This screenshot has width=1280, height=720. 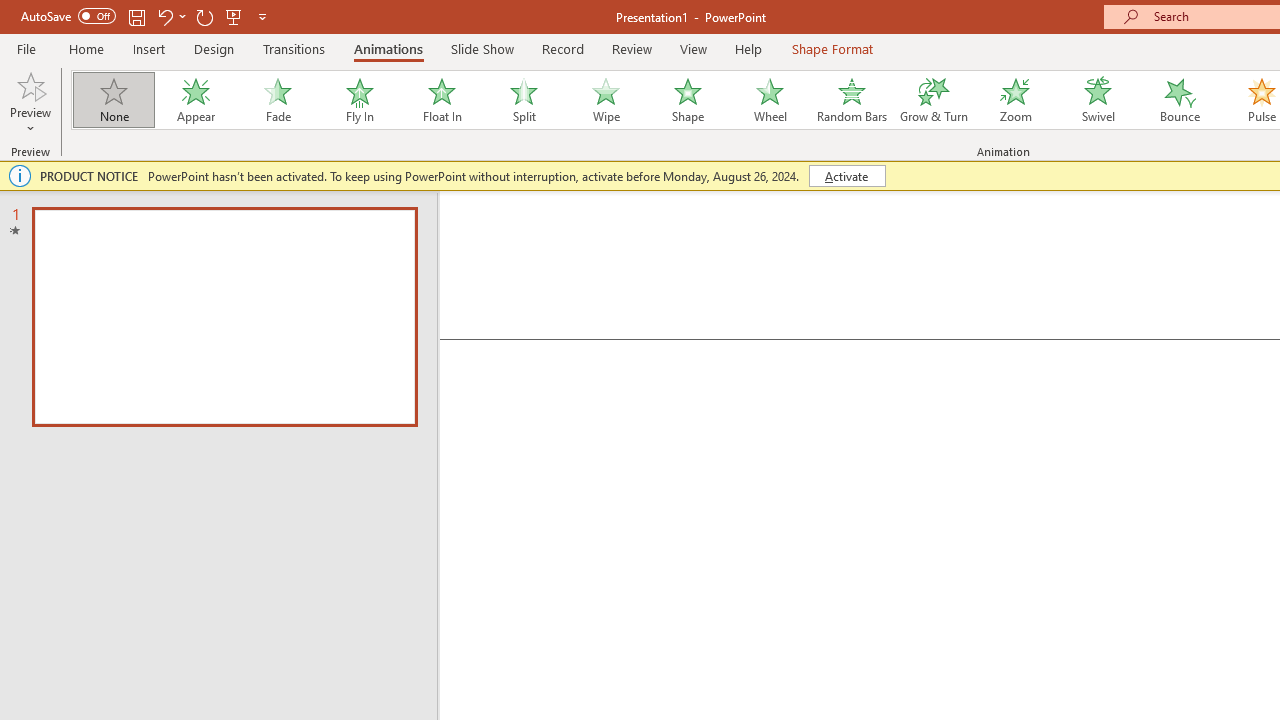 I want to click on 'Shape', so click(x=688, y=100).